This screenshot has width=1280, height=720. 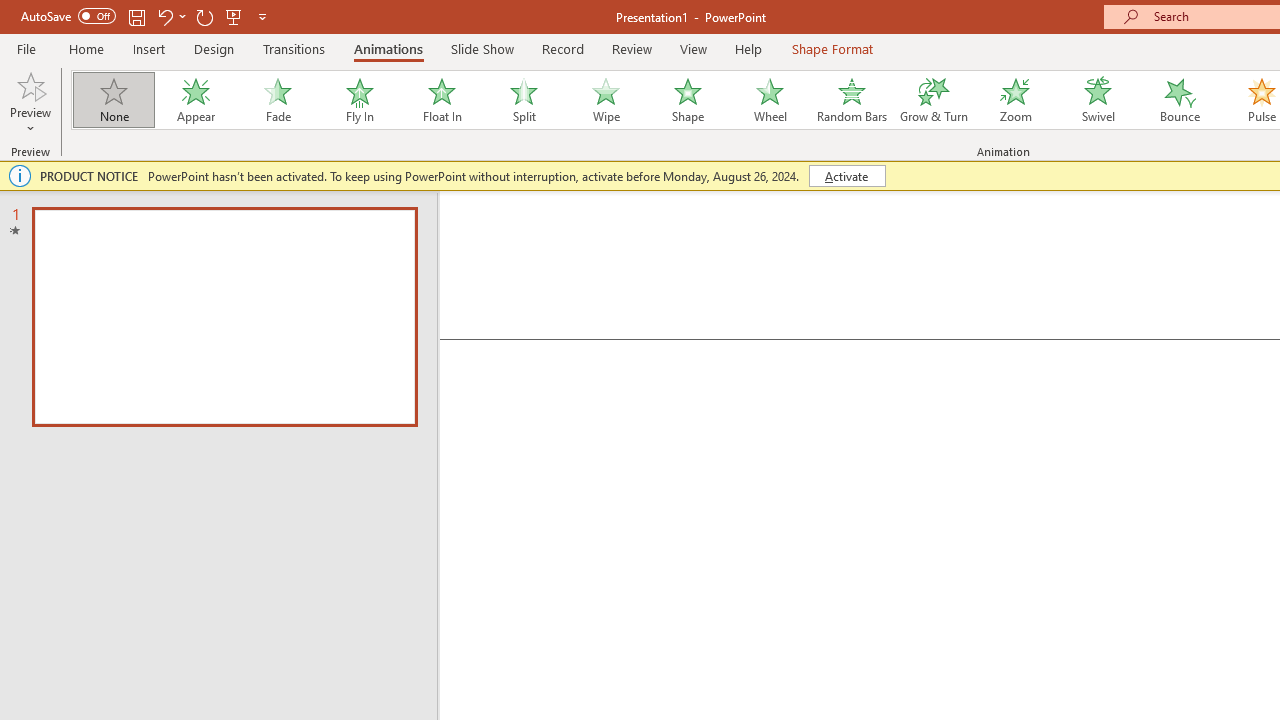 I want to click on 'Shape', so click(x=688, y=100).